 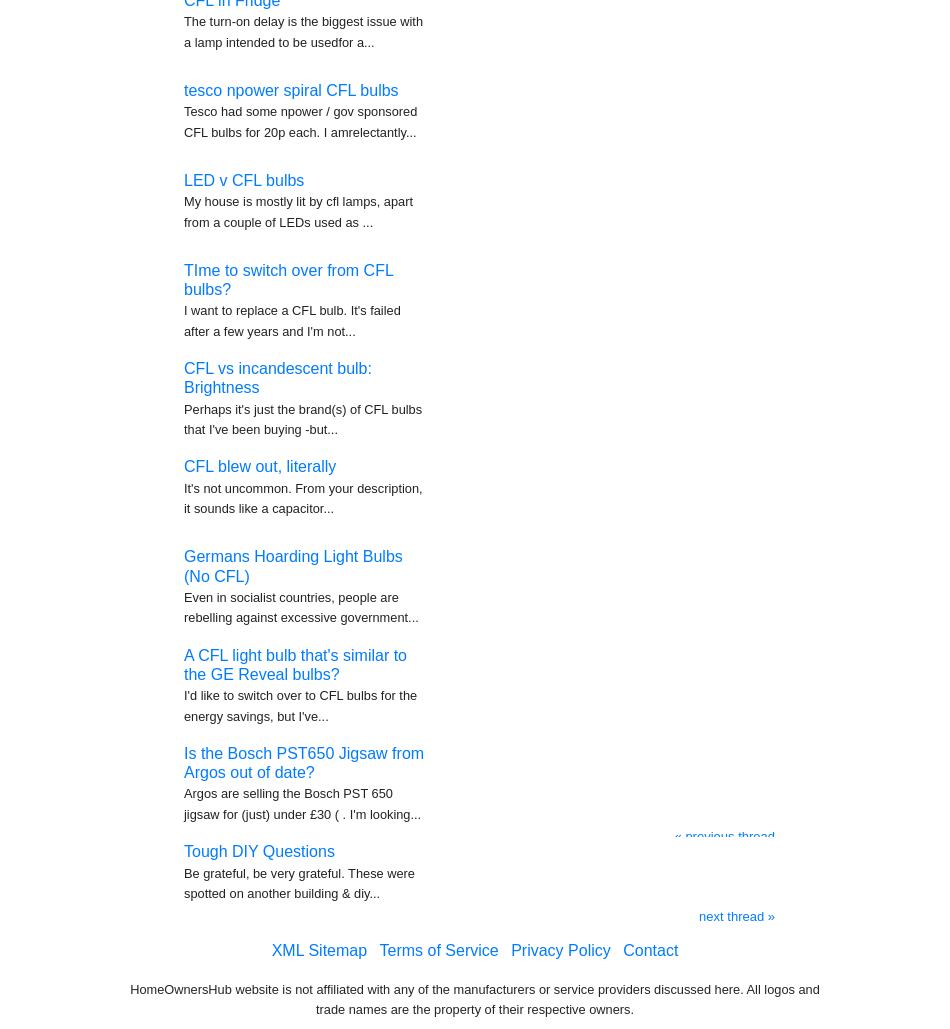 I want to click on 'I want to replace a CFL bulb.  It's failed after a few years and I'm not...', so click(x=291, y=311).